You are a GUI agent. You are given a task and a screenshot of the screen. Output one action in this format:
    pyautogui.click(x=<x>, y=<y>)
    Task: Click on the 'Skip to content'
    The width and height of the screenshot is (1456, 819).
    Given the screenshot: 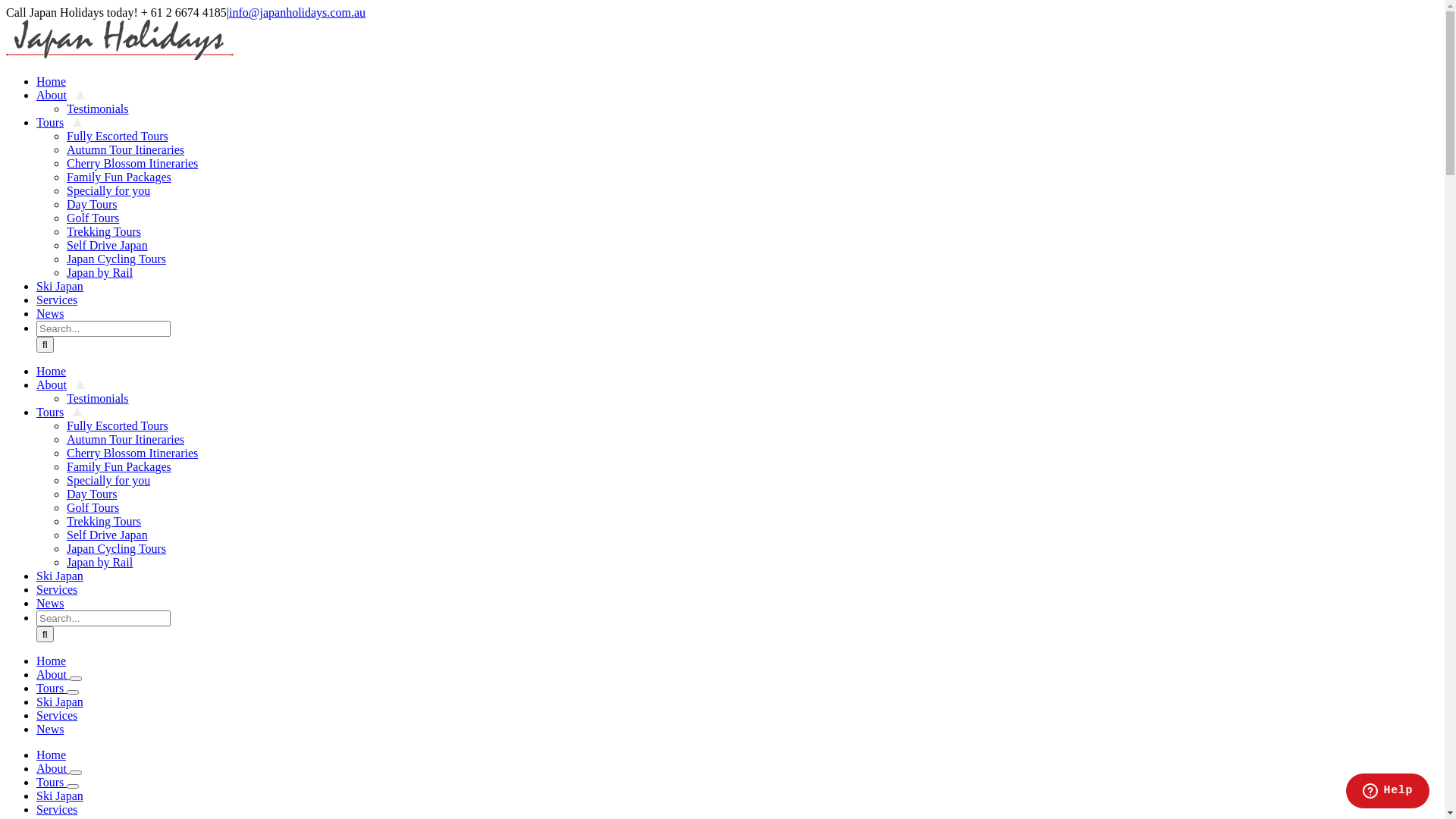 What is the action you would take?
    pyautogui.click(x=5, y=5)
    